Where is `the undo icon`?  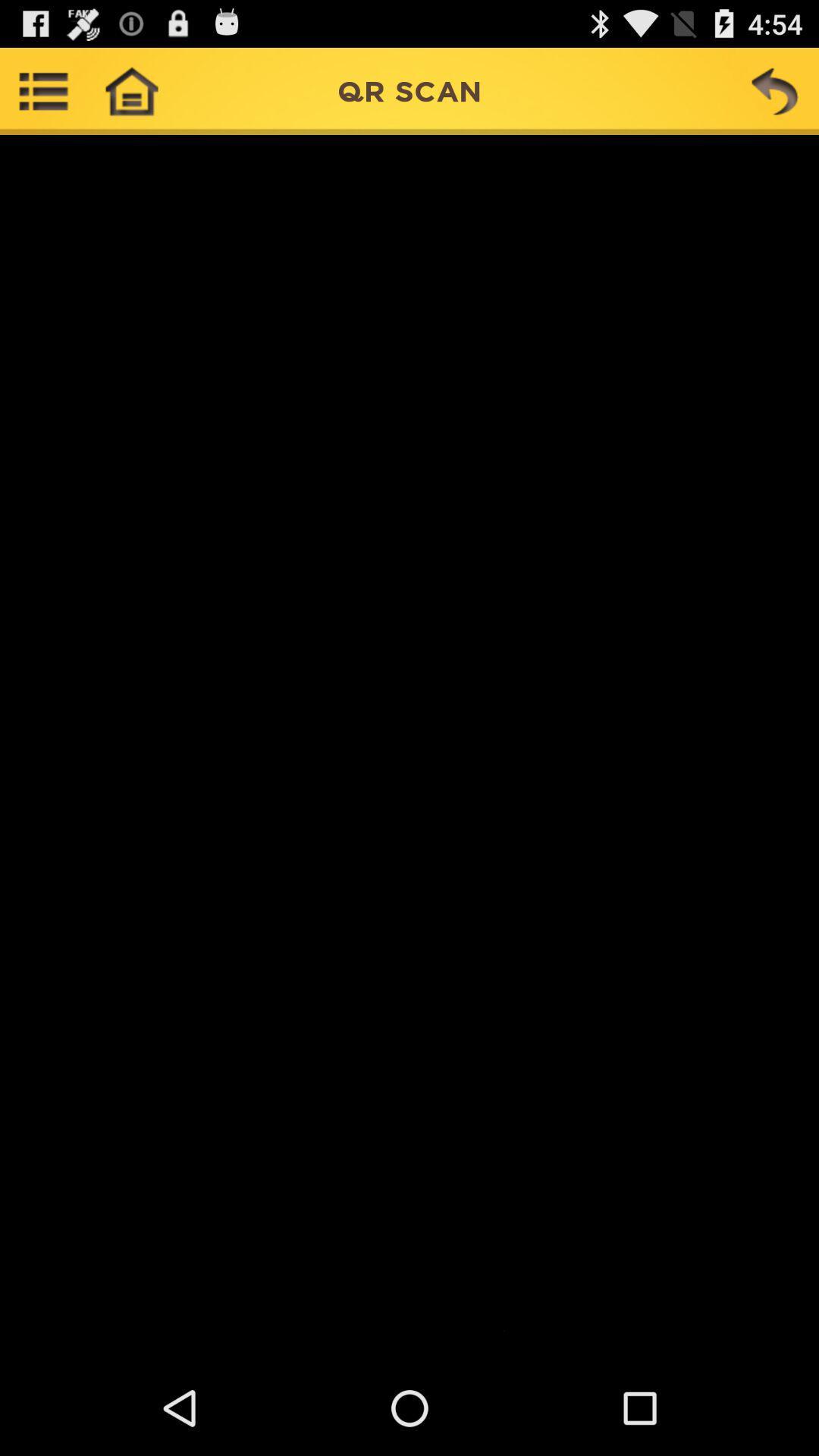
the undo icon is located at coordinates (775, 97).